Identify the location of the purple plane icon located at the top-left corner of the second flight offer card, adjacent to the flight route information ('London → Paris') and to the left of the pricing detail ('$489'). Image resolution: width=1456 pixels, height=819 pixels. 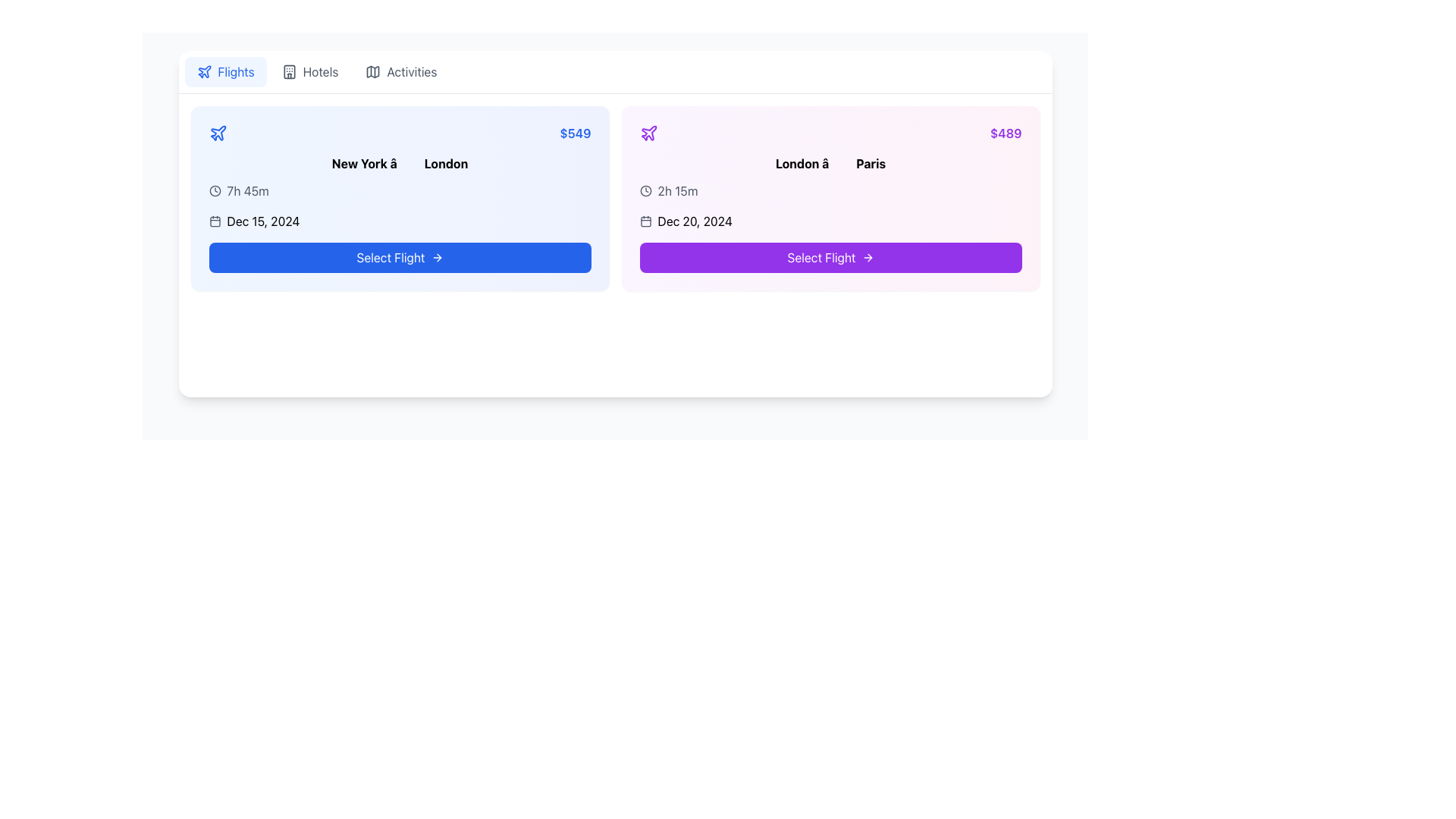
(648, 133).